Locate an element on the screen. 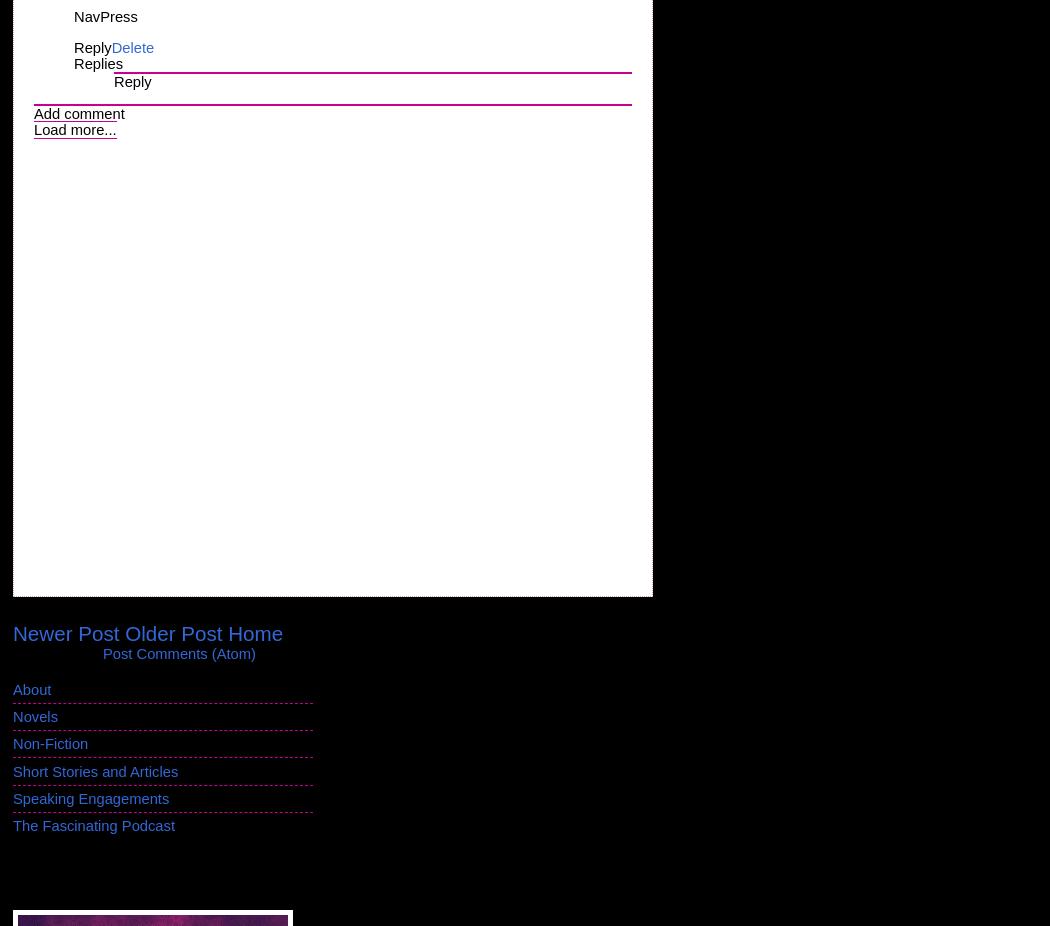 Image resolution: width=1050 pixels, height=926 pixels. 'Replies' is located at coordinates (98, 61).